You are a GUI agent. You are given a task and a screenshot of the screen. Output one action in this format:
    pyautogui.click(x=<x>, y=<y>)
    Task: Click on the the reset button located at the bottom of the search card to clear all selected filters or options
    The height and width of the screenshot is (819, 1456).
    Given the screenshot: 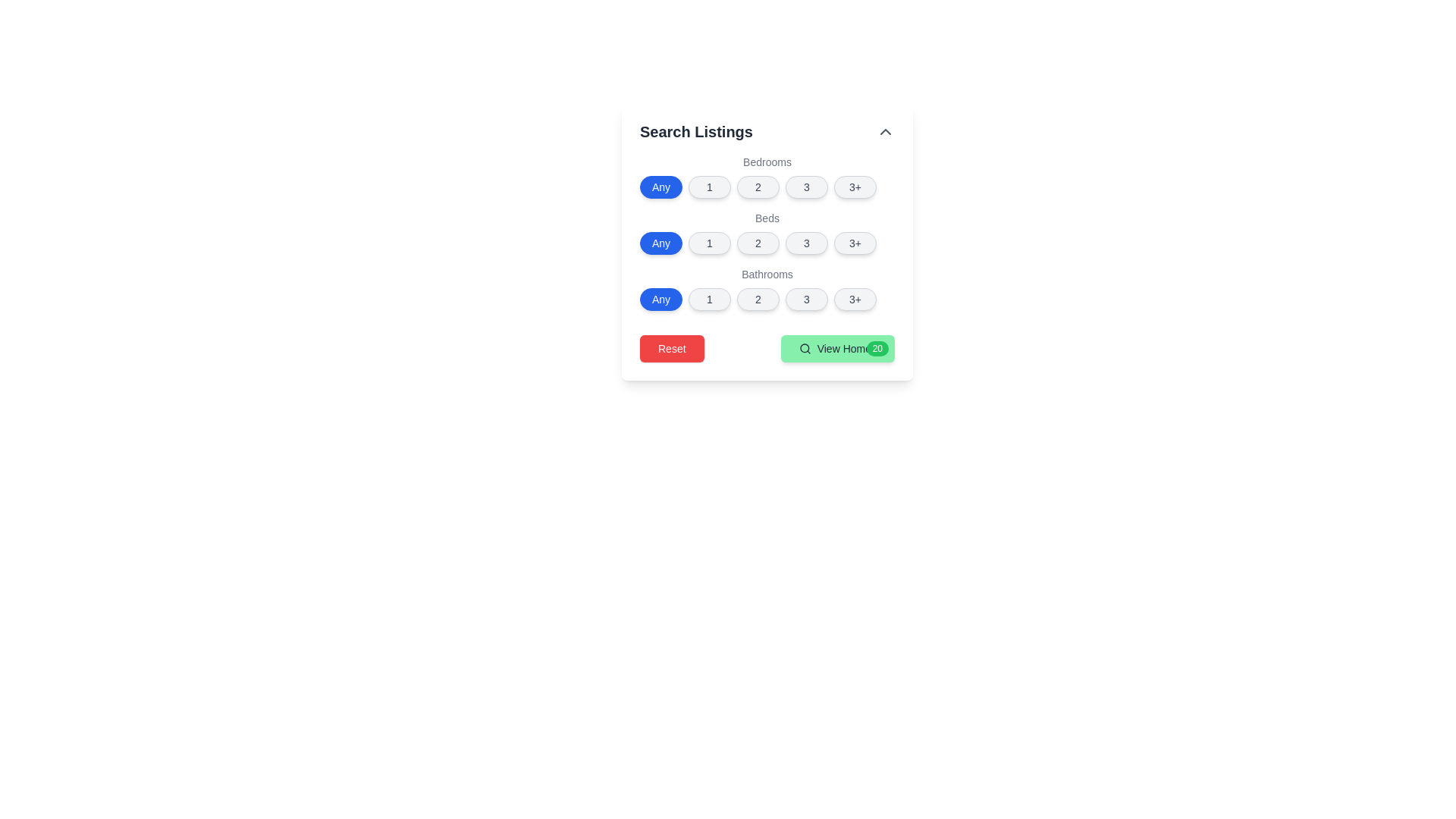 What is the action you would take?
    pyautogui.click(x=671, y=348)
    